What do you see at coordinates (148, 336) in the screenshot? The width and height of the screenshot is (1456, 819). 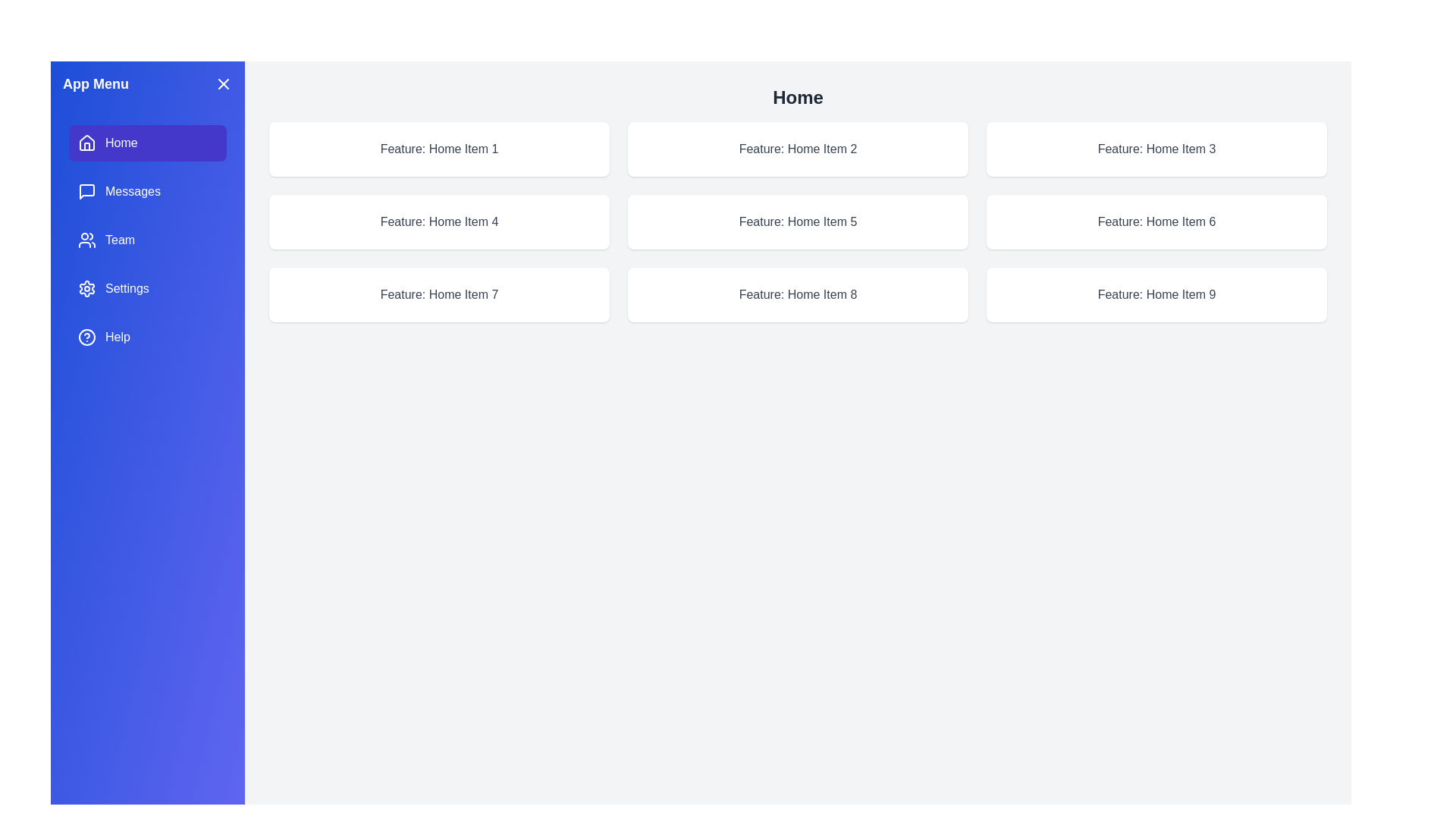 I see `the feature Help from the menu` at bounding box center [148, 336].